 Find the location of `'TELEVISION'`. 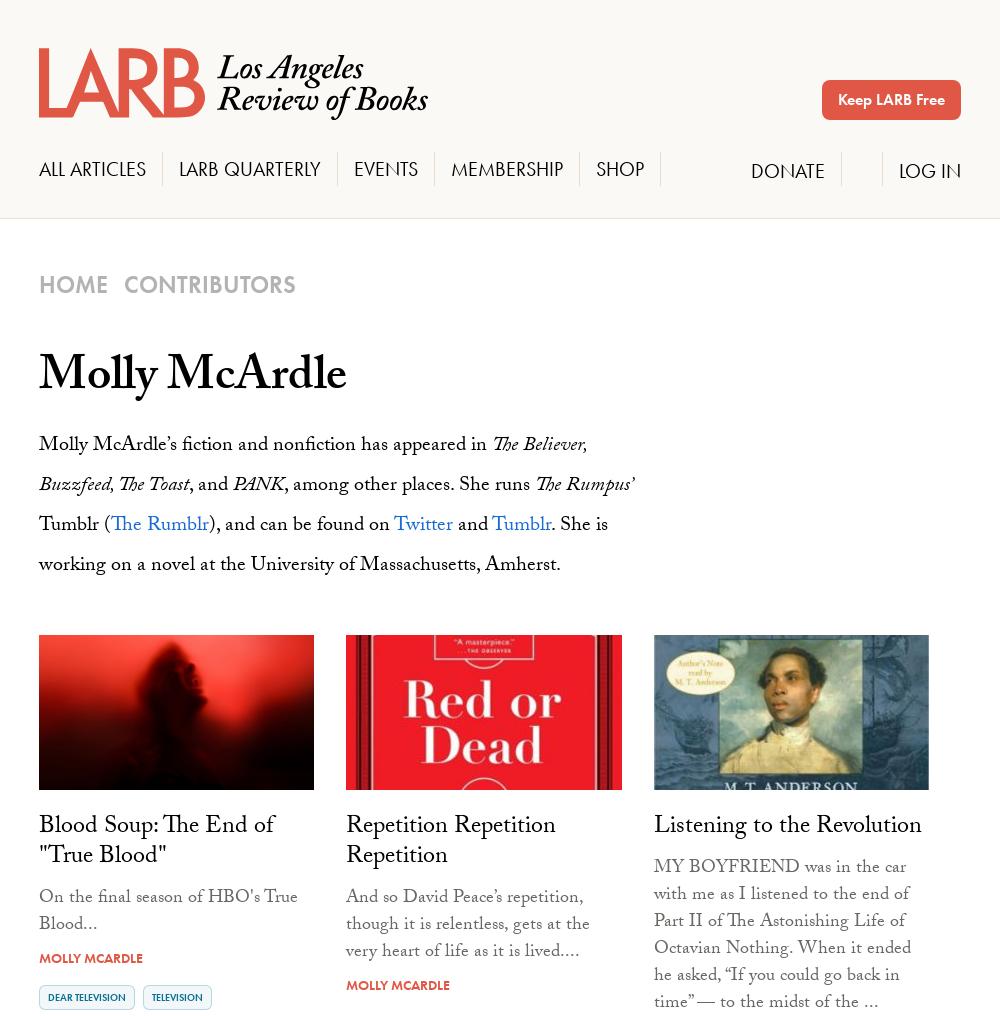

'TELEVISION' is located at coordinates (177, 996).